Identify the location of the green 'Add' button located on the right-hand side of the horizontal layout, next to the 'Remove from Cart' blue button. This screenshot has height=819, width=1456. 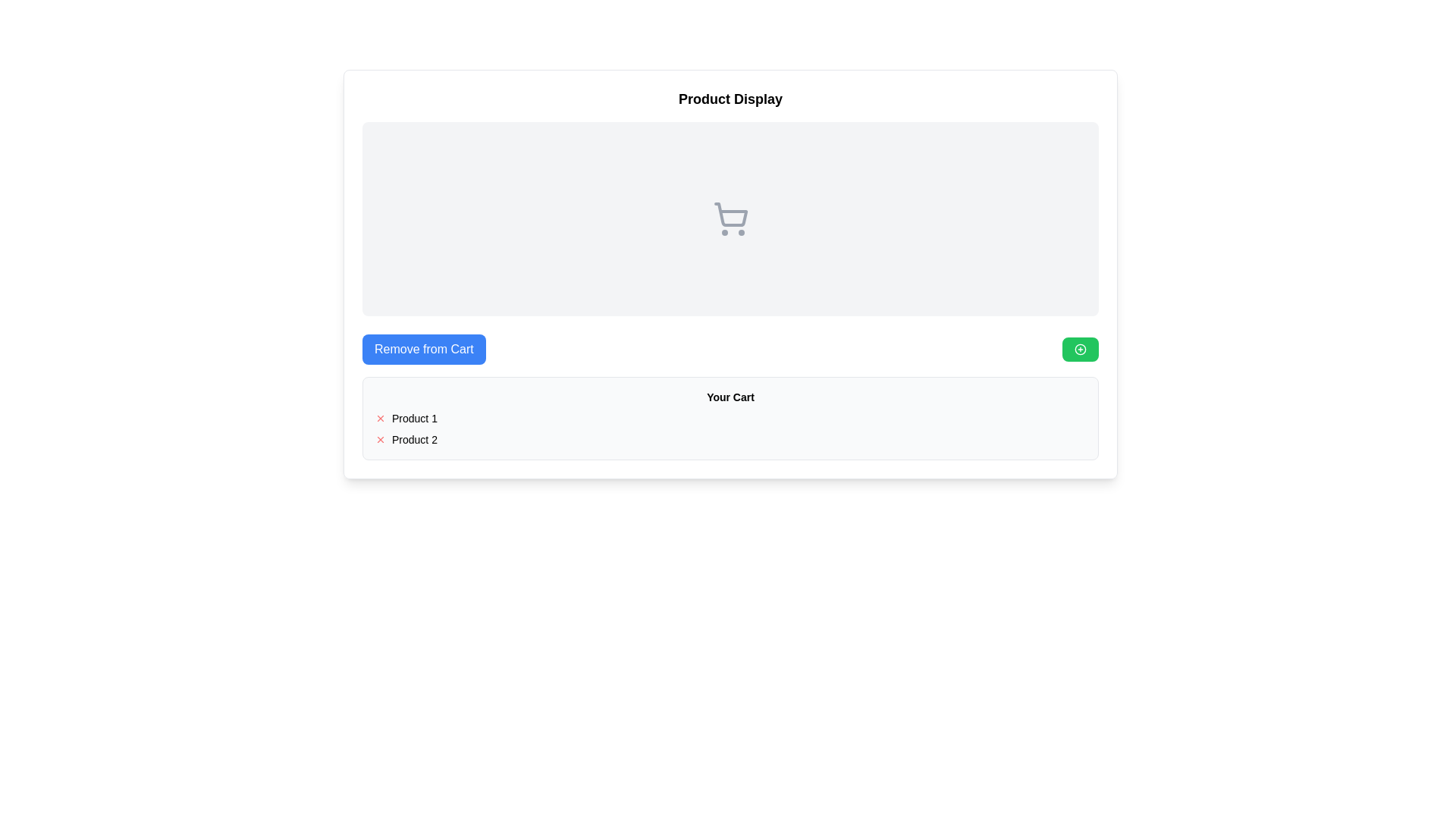
(1080, 350).